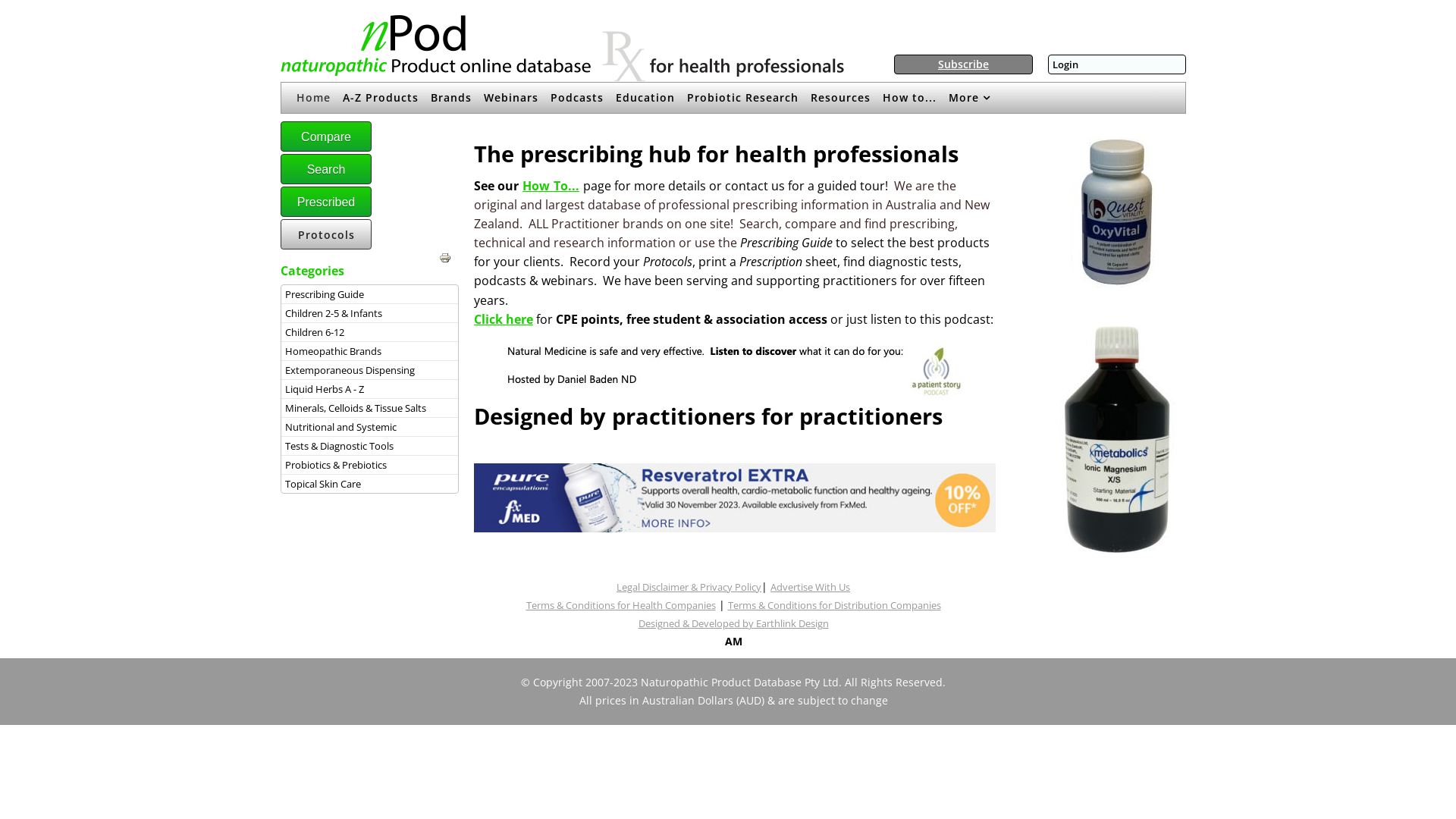 The image size is (1456, 819). I want to click on 'A-Z Products', so click(381, 97).